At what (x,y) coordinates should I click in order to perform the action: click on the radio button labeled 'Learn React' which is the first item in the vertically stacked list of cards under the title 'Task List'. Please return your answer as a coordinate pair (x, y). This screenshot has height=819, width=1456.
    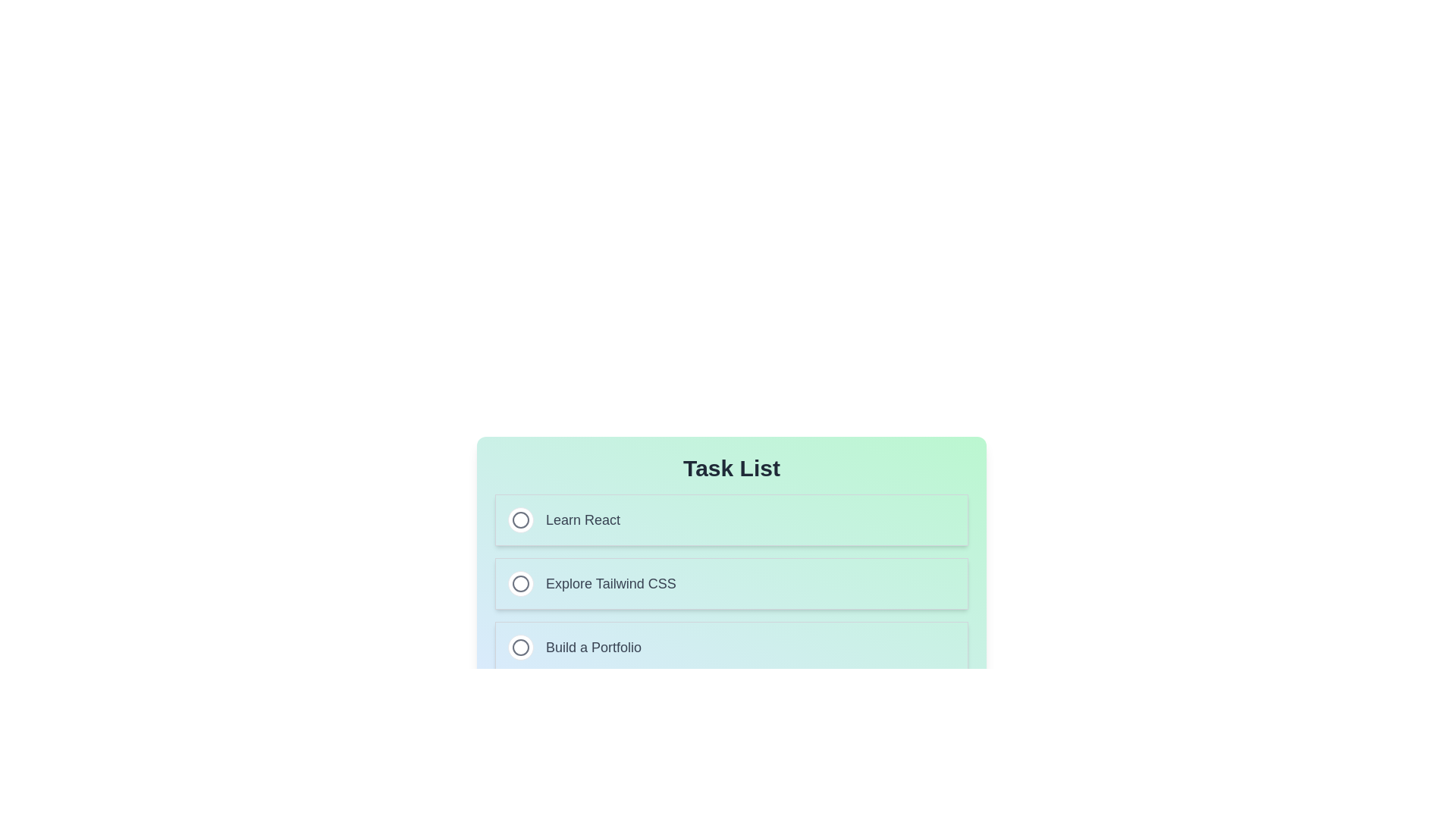
    Looking at the image, I should click on (731, 519).